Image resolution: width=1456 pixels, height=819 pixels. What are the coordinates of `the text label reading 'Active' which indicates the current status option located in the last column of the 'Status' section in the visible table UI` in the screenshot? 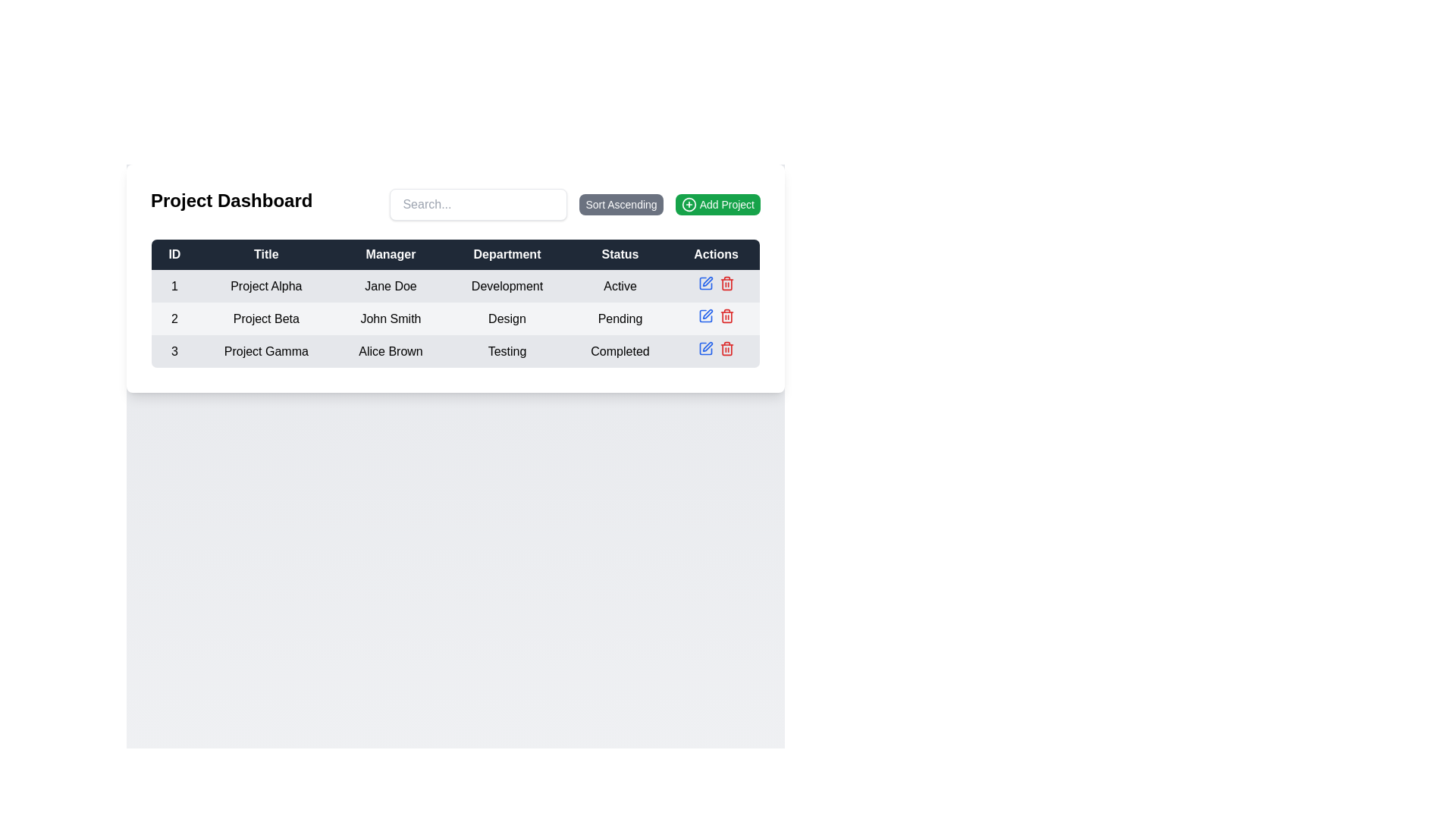 It's located at (620, 286).